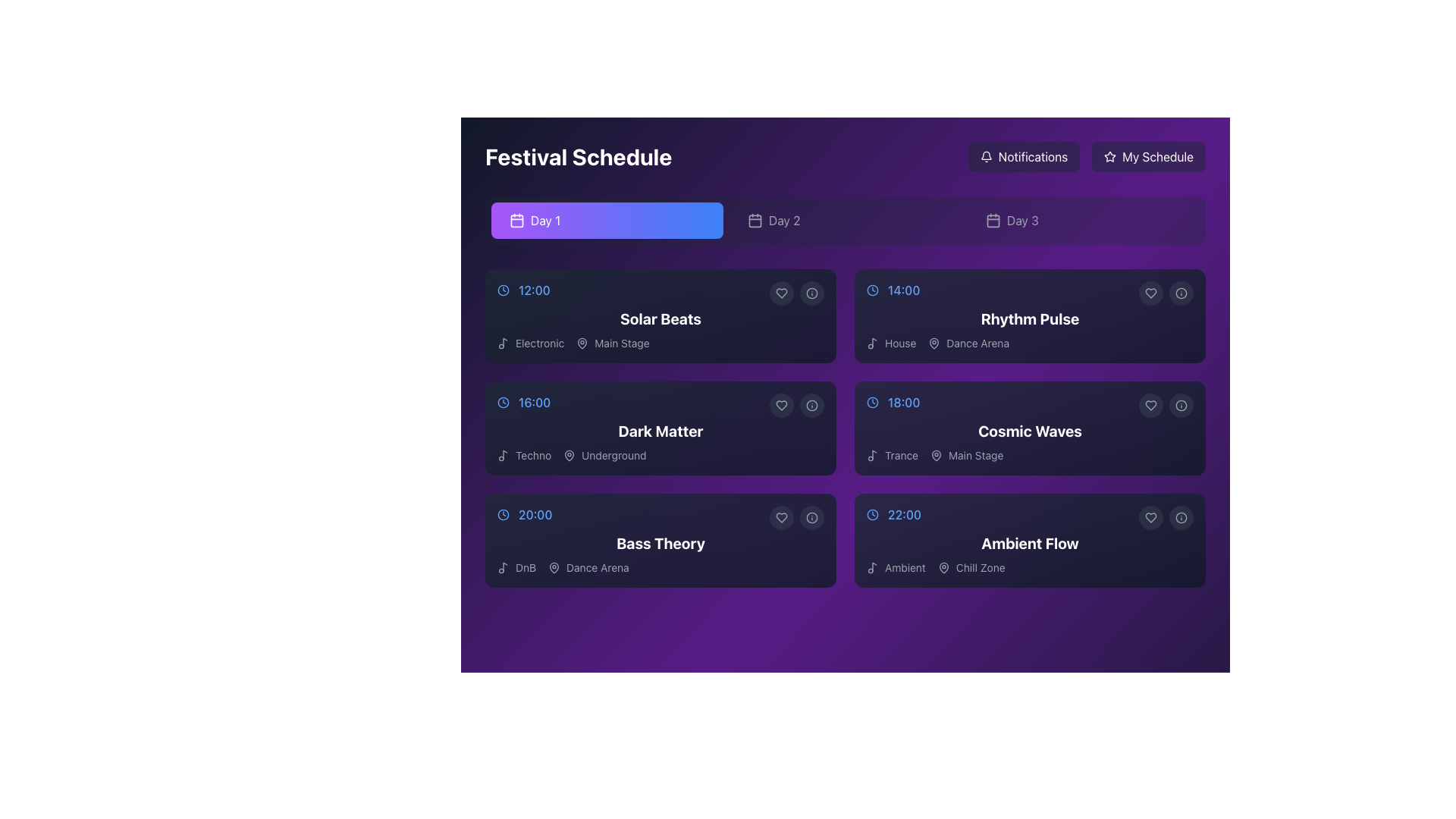 This screenshot has width=1456, height=819. Describe the element at coordinates (1157, 157) in the screenshot. I see `or read the text label indicating the user's personal schedule, located in the top-right corner of the dark purple header bar, next to the Notifications button` at that location.